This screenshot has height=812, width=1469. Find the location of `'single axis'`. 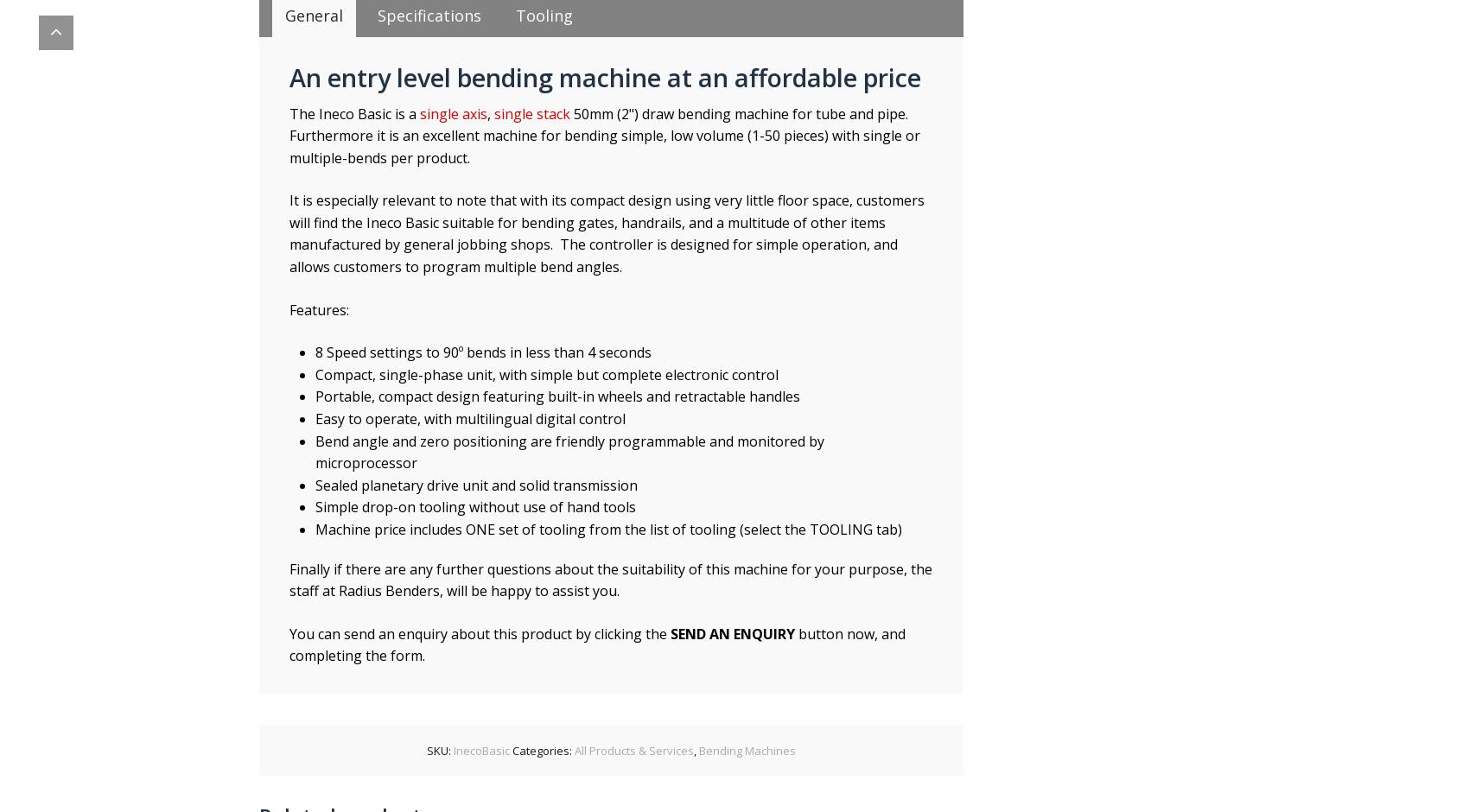

'single axis' is located at coordinates (453, 112).